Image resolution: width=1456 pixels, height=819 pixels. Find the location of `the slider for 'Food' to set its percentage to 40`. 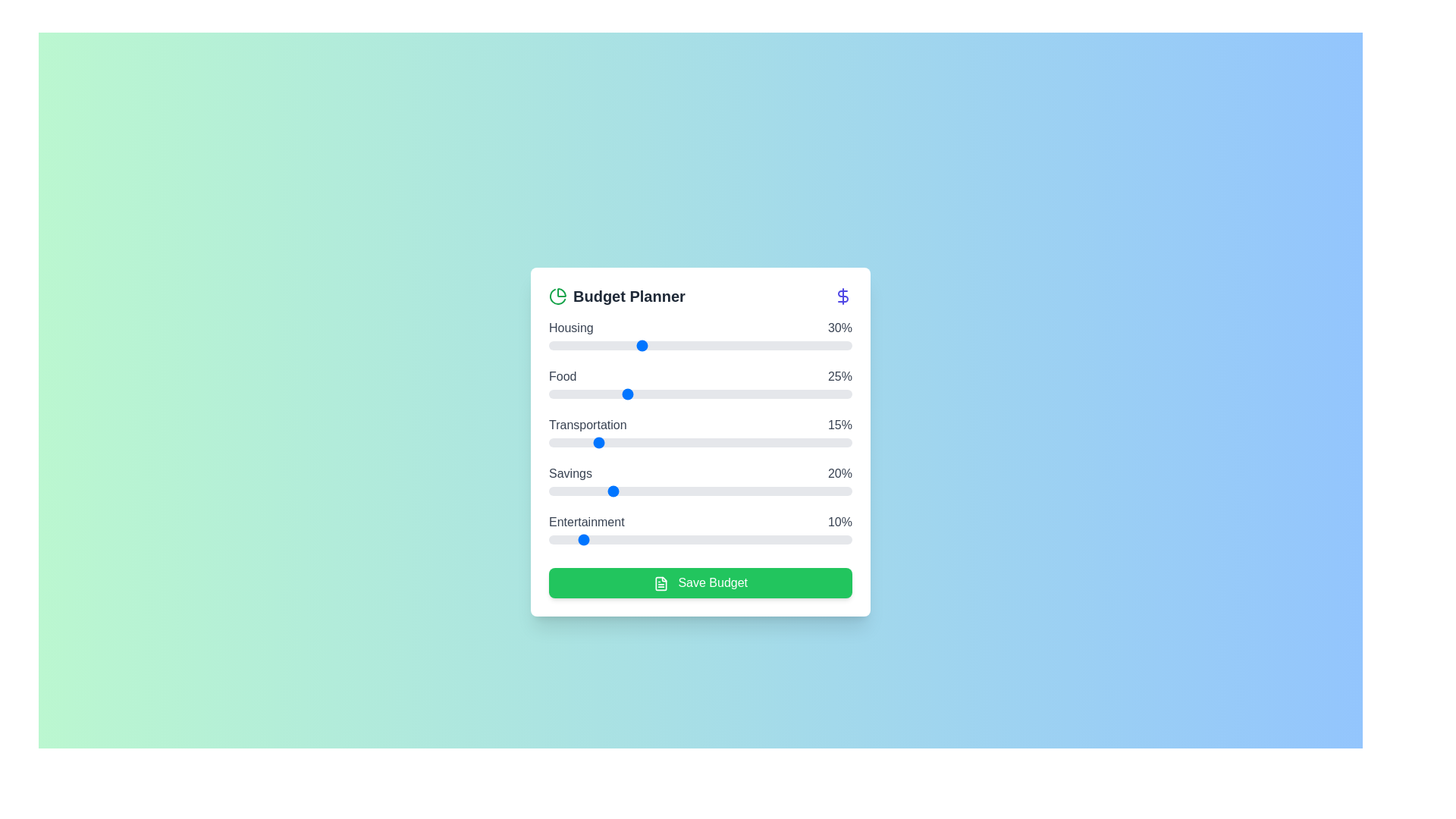

the slider for 'Food' to set its percentage to 40 is located at coordinates (669, 394).